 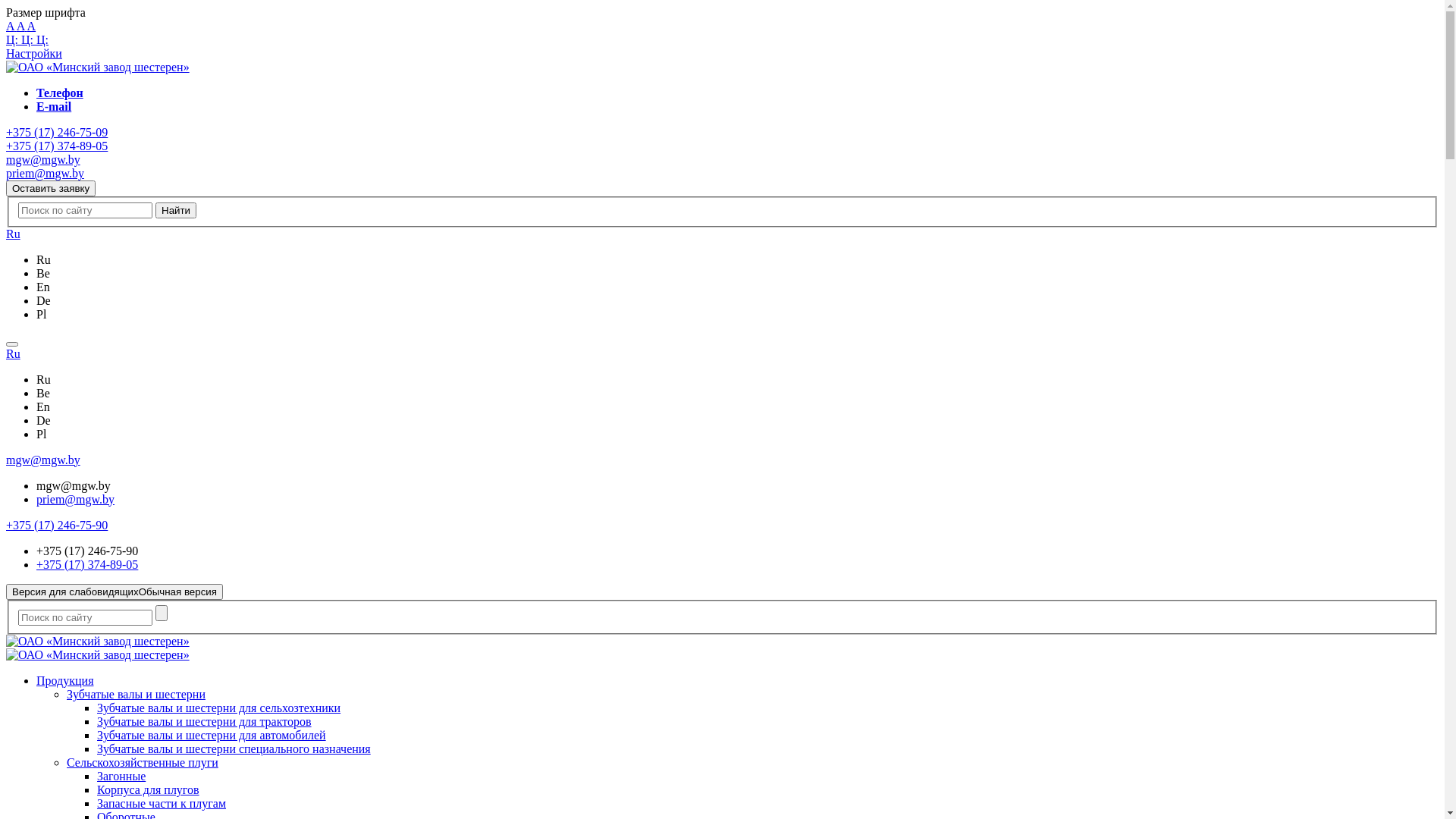 What do you see at coordinates (6, 131) in the screenshot?
I see `'+375 (17) 246-75-09'` at bounding box center [6, 131].